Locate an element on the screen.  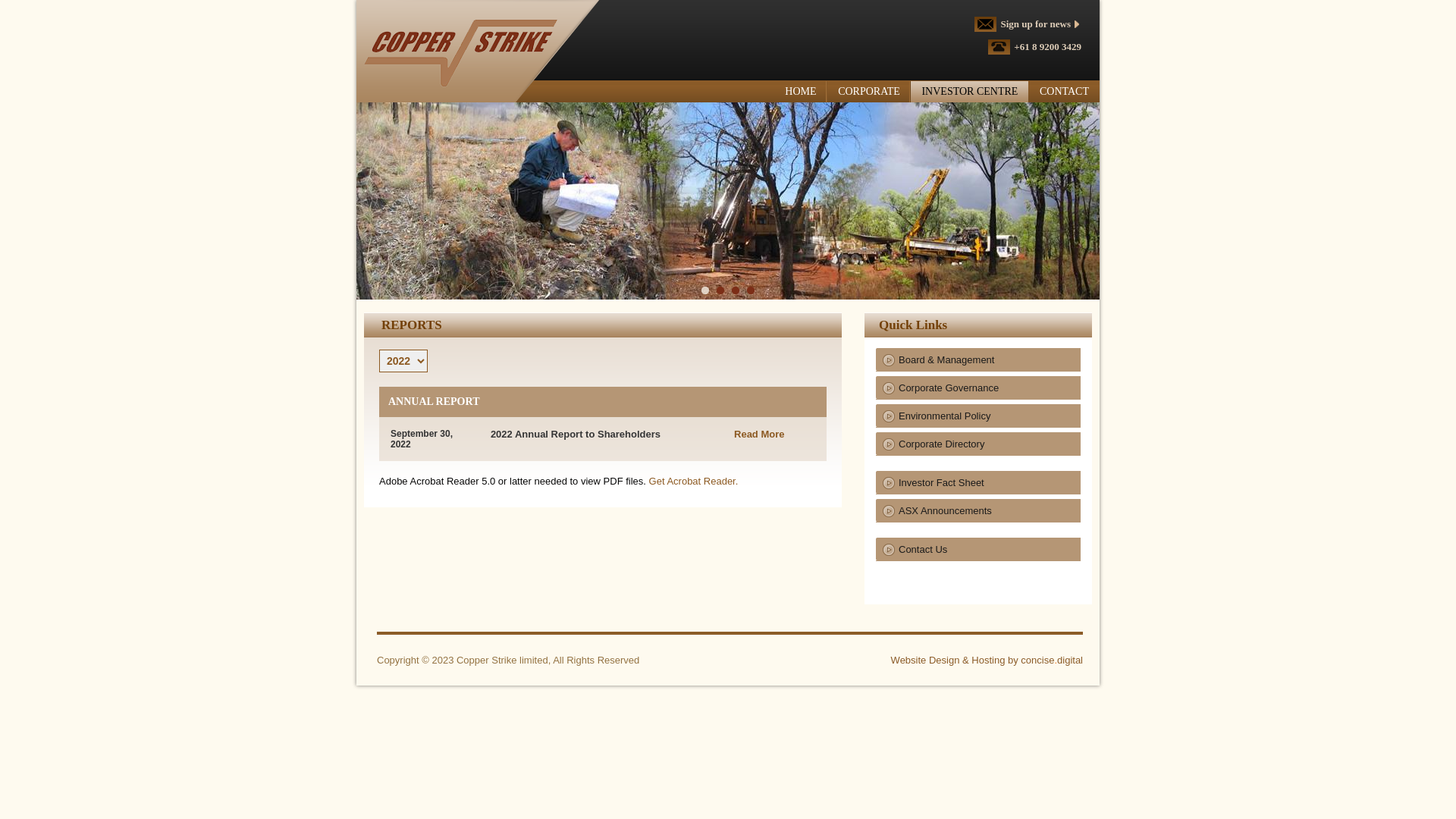
'ASX Announcements' is located at coordinates (978, 510).